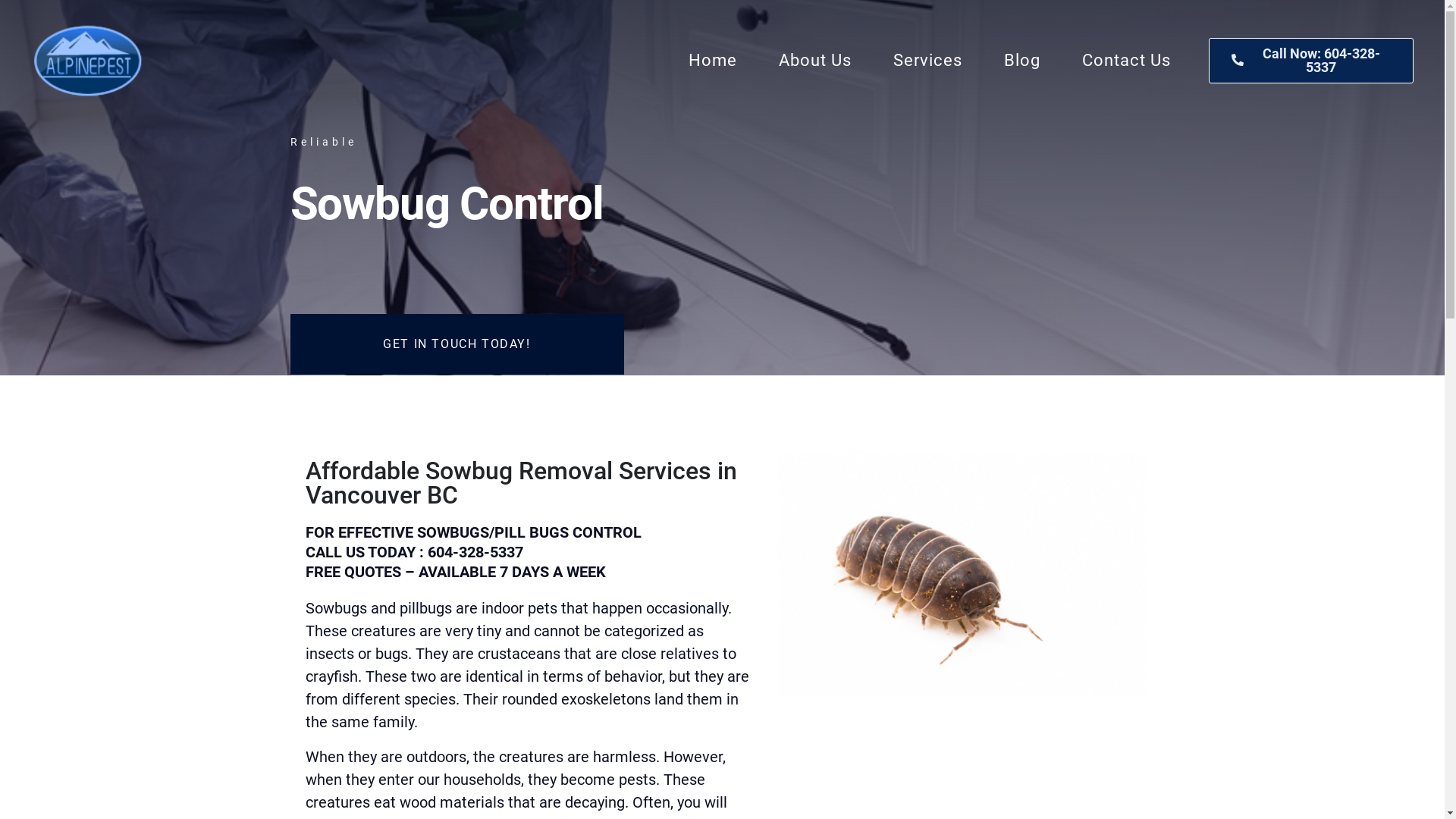 The height and width of the screenshot is (819, 1456). I want to click on 'Call Now: 604-328-5337', so click(1207, 60).